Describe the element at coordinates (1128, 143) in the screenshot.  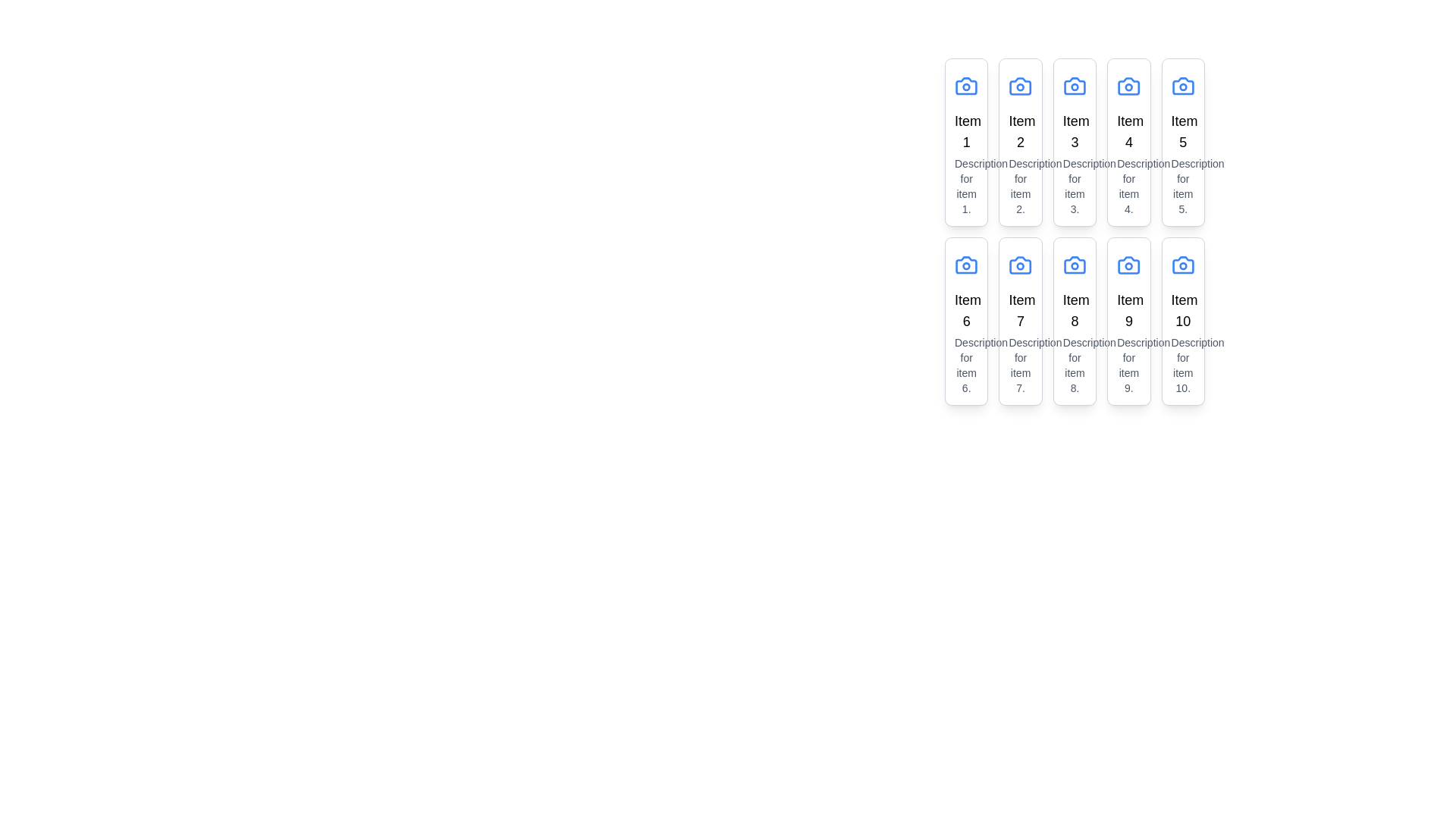
I see `the fourth card in the grid layout` at that location.